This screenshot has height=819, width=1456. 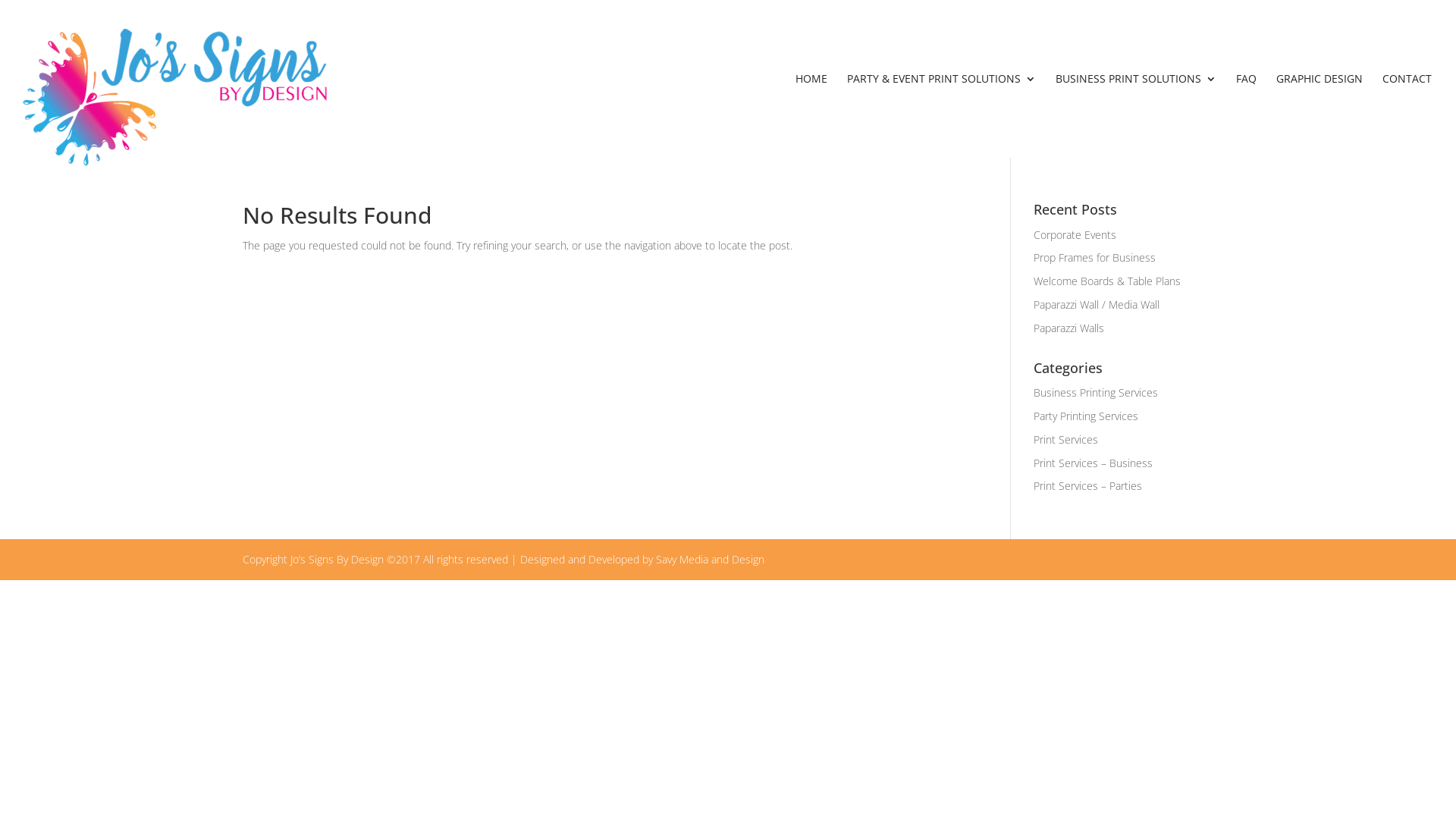 What do you see at coordinates (1095, 391) in the screenshot?
I see `'Business Printing Services'` at bounding box center [1095, 391].